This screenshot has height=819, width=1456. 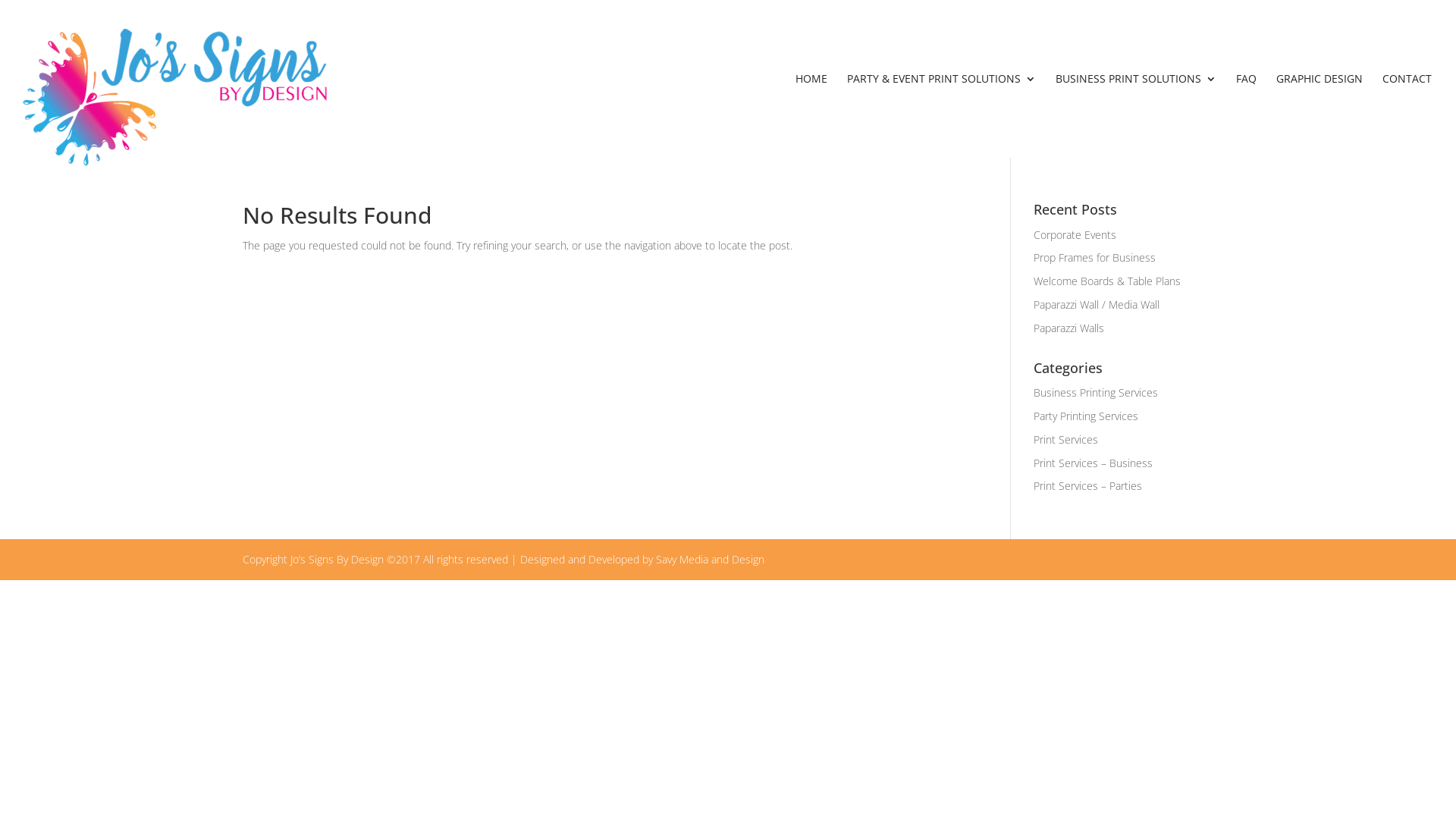 What do you see at coordinates (1095, 391) in the screenshot?
I see `'Business Printing Services'` at bounding box center [1095, 391].